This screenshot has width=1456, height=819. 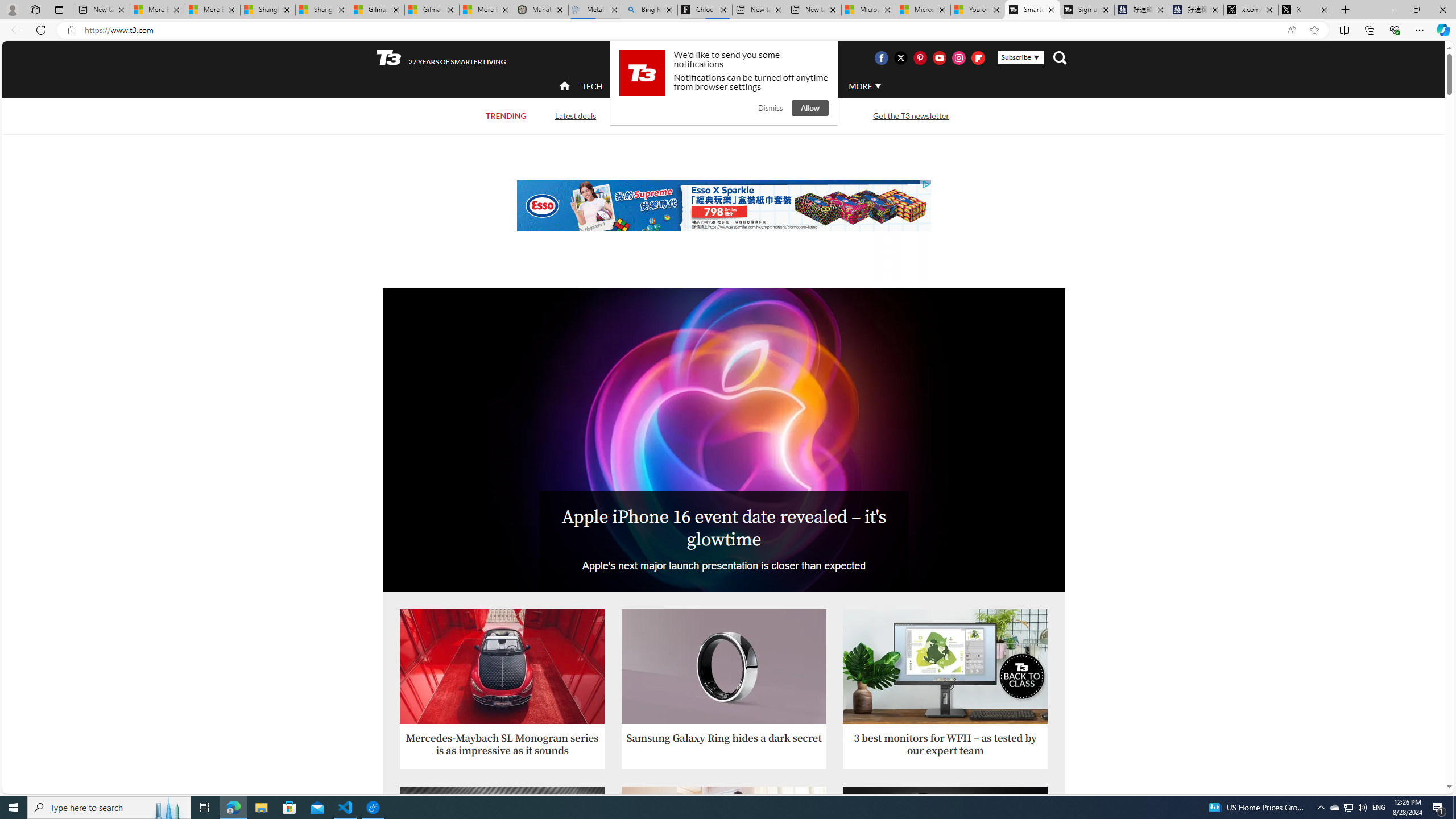 I want to click on 'Allow', so click(x=809, y=107).